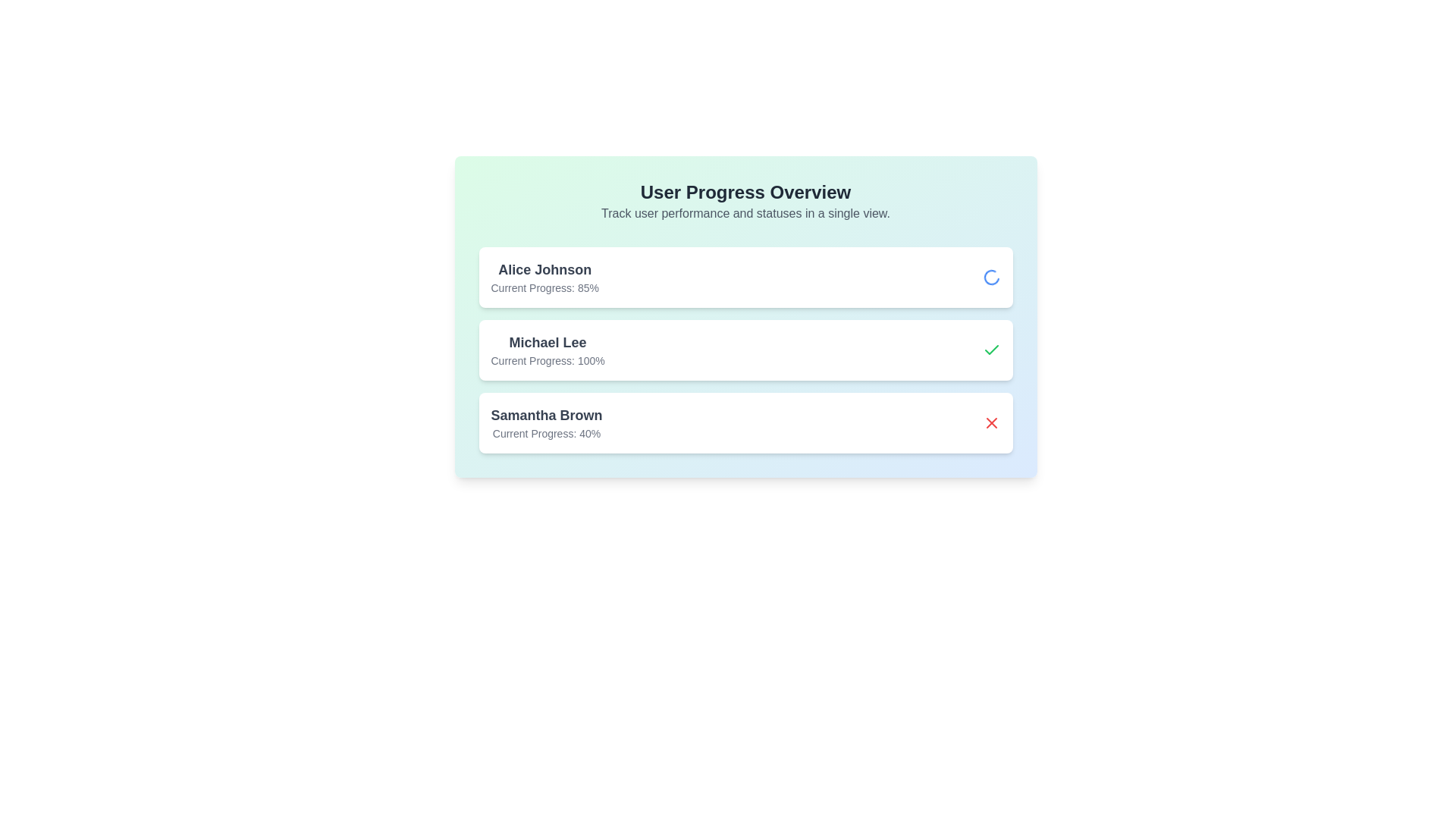  Describe the element at coordinates (546, 415) in the screenshot. I see `the text label identifying 'Samantha Brown'` at that location.